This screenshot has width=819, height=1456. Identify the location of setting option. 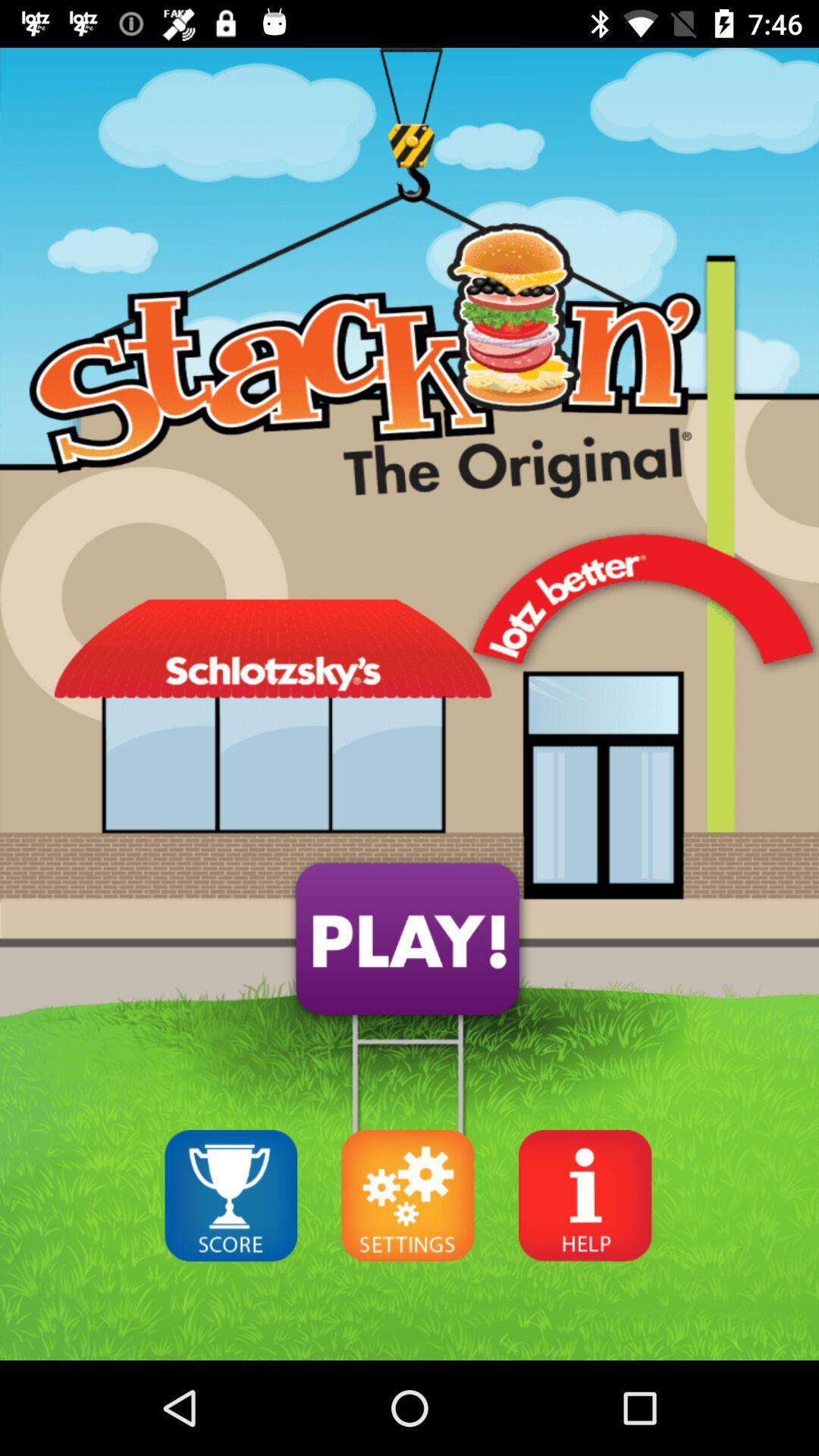
(407, 1194).